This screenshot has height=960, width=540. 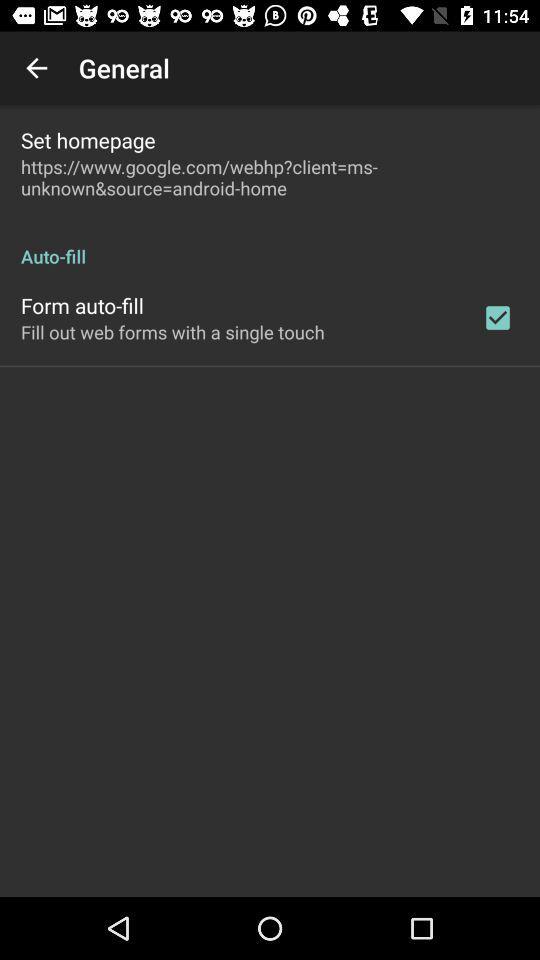 What do you see at coordinates (87, 139) in the screenshot?
I see `set homepage app` at bounding box center [87, 139].